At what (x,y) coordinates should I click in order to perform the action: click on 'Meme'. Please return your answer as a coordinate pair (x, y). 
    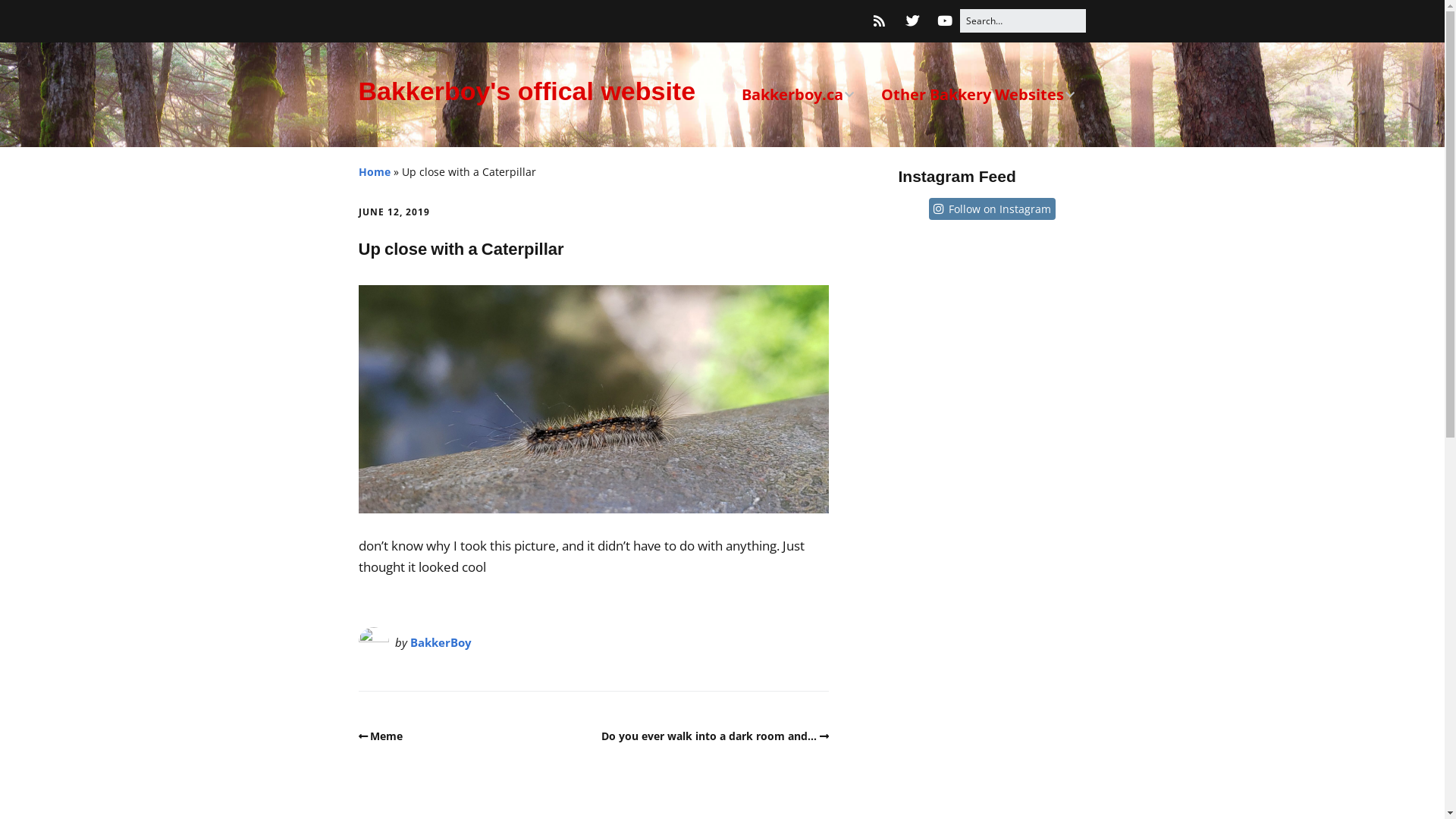
    Looking at the image, I should click on (380, 735).